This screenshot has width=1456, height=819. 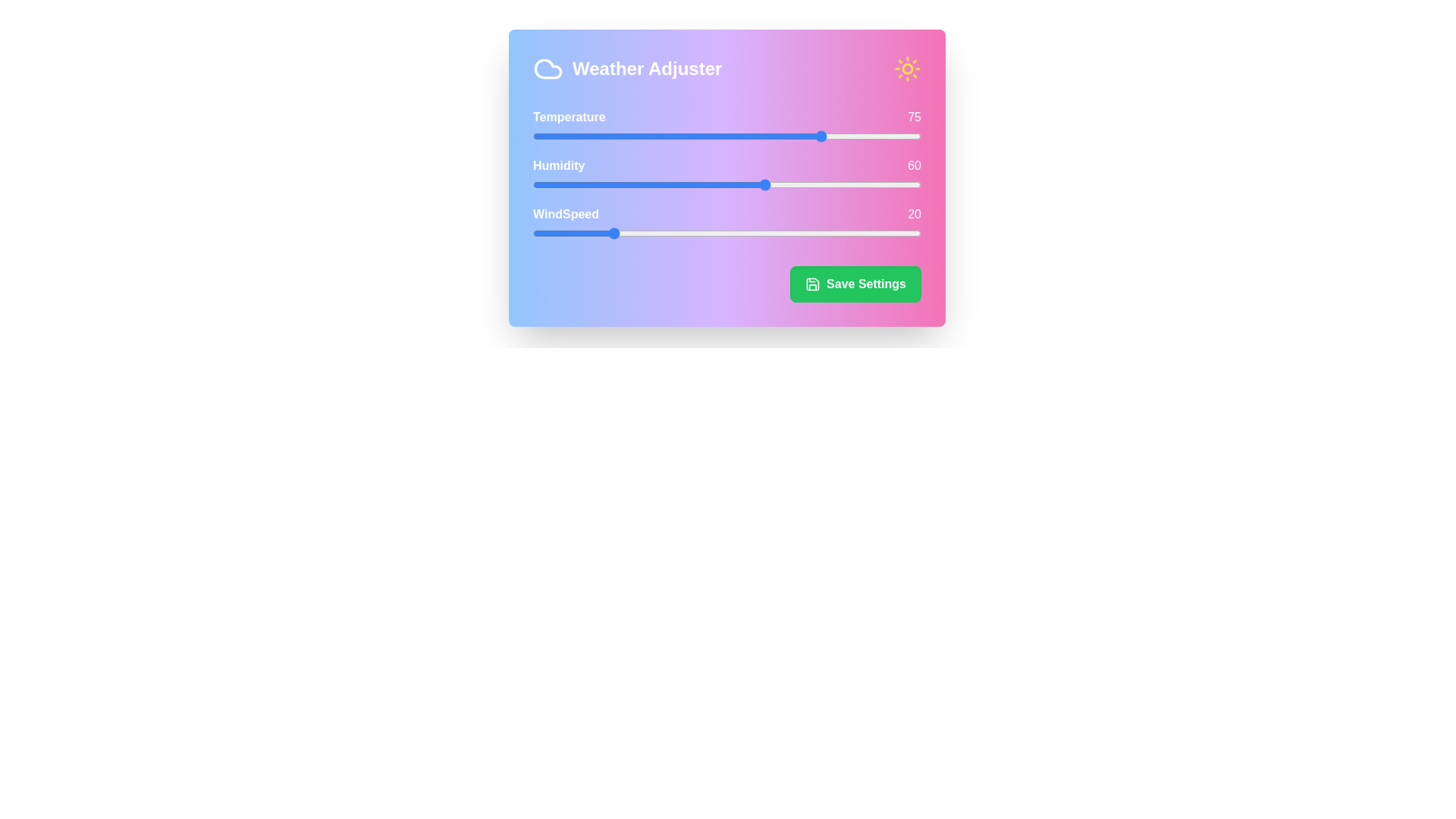 I want to click on the humidity, so click(x=762, y=184).